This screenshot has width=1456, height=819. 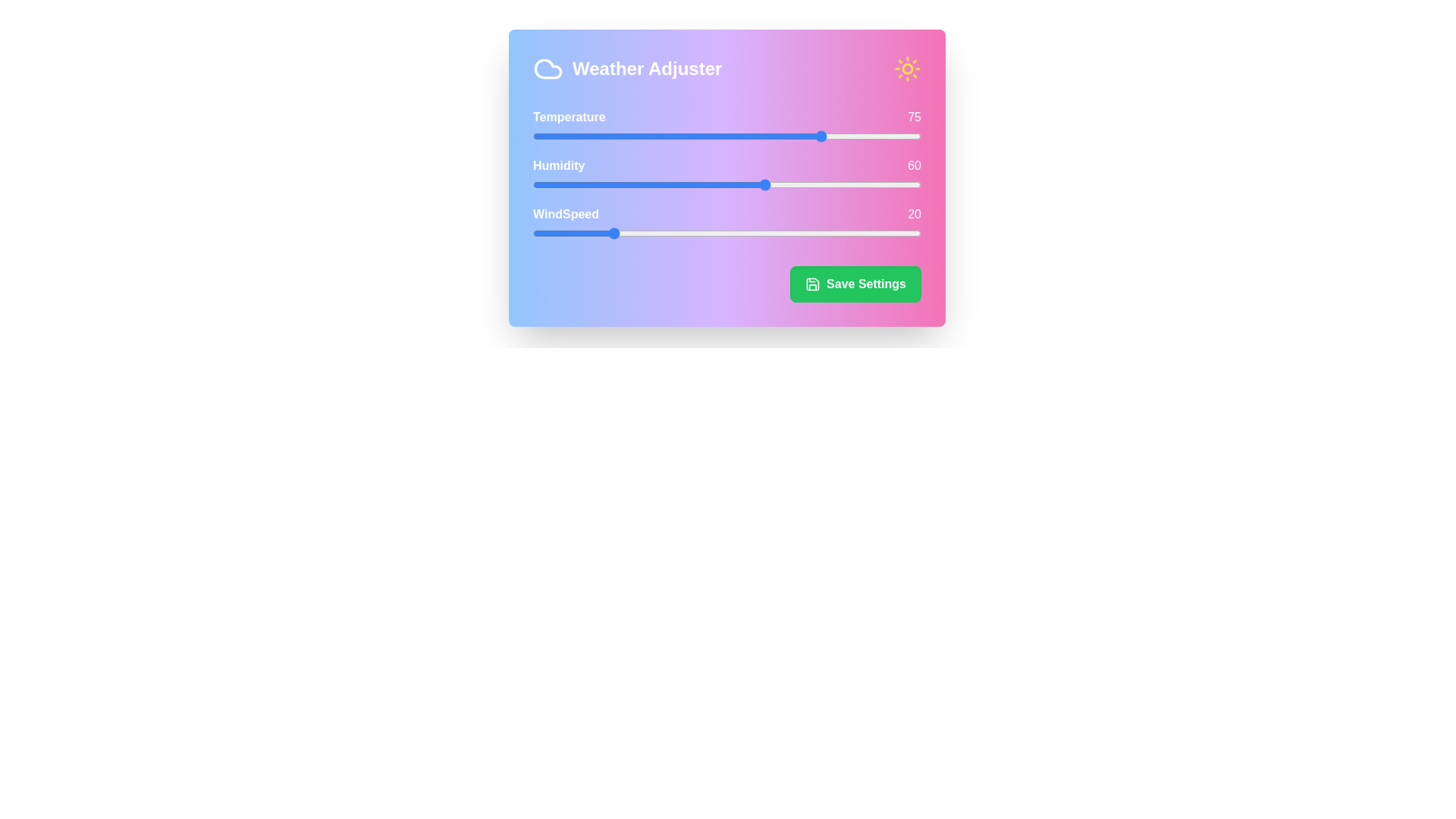 I want to click on the humidity, so click(x=762, y=184).